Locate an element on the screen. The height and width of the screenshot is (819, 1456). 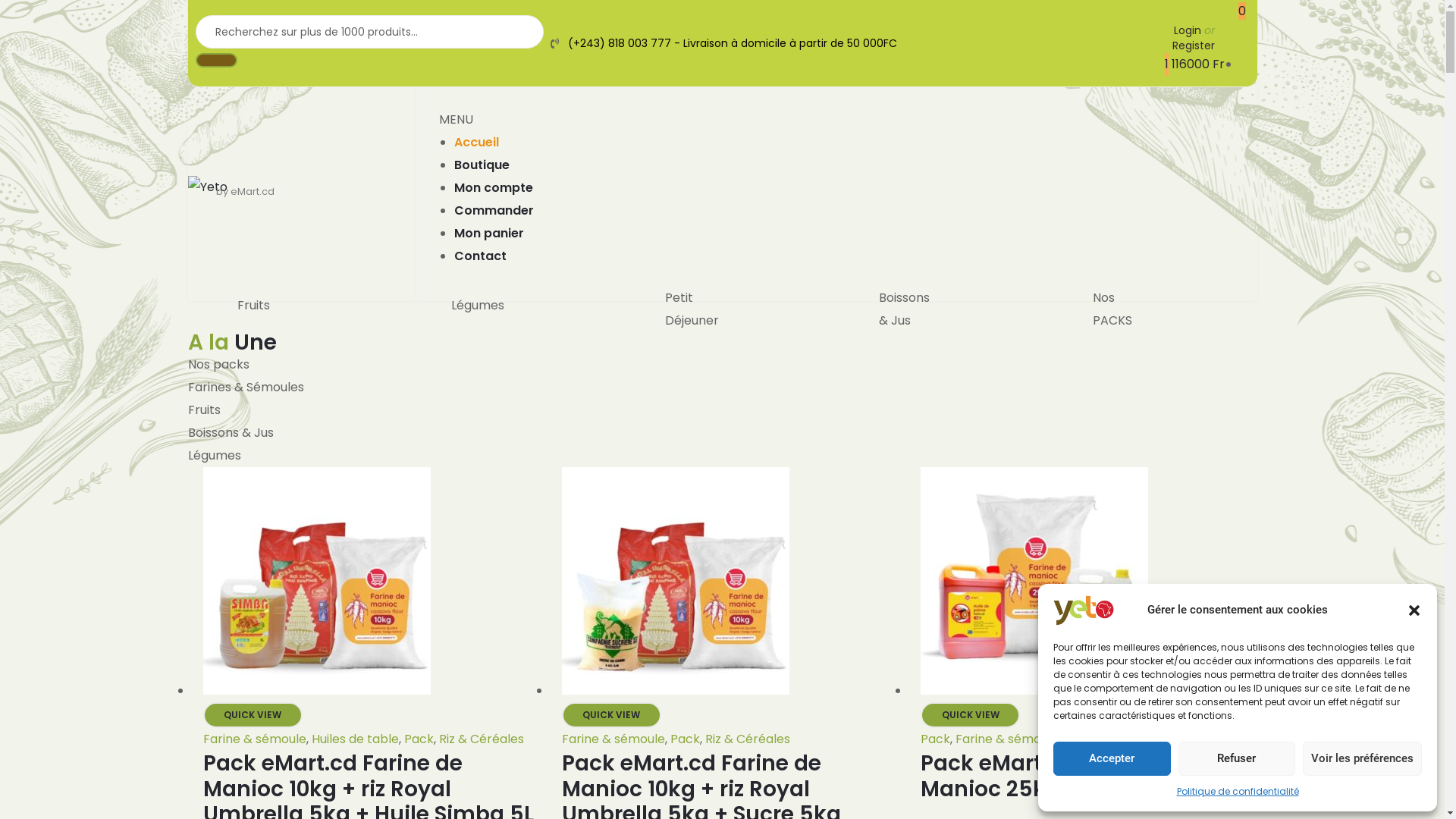
'Accueil' is located at coordinates (453, 142).